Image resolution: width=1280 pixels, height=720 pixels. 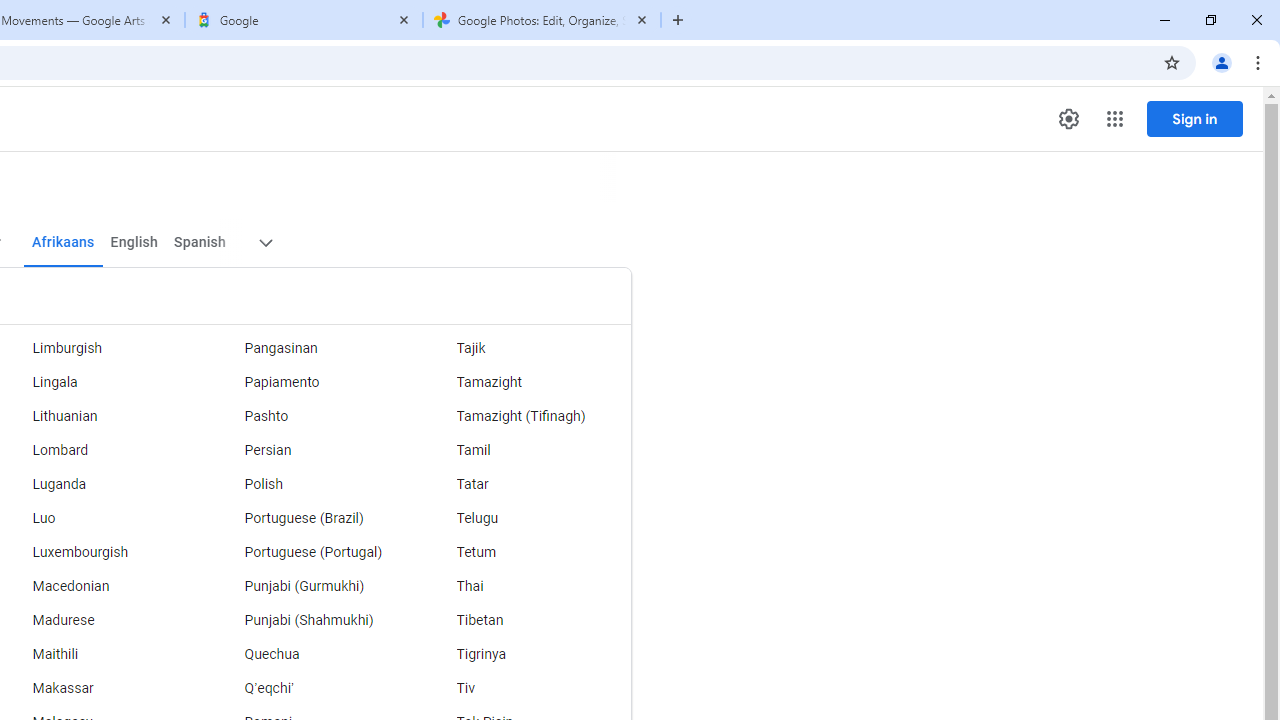 What do you see at coordinates (525, 383) in the screenshot?
I see `'Tamazight'` at bounding box center [525, 383].